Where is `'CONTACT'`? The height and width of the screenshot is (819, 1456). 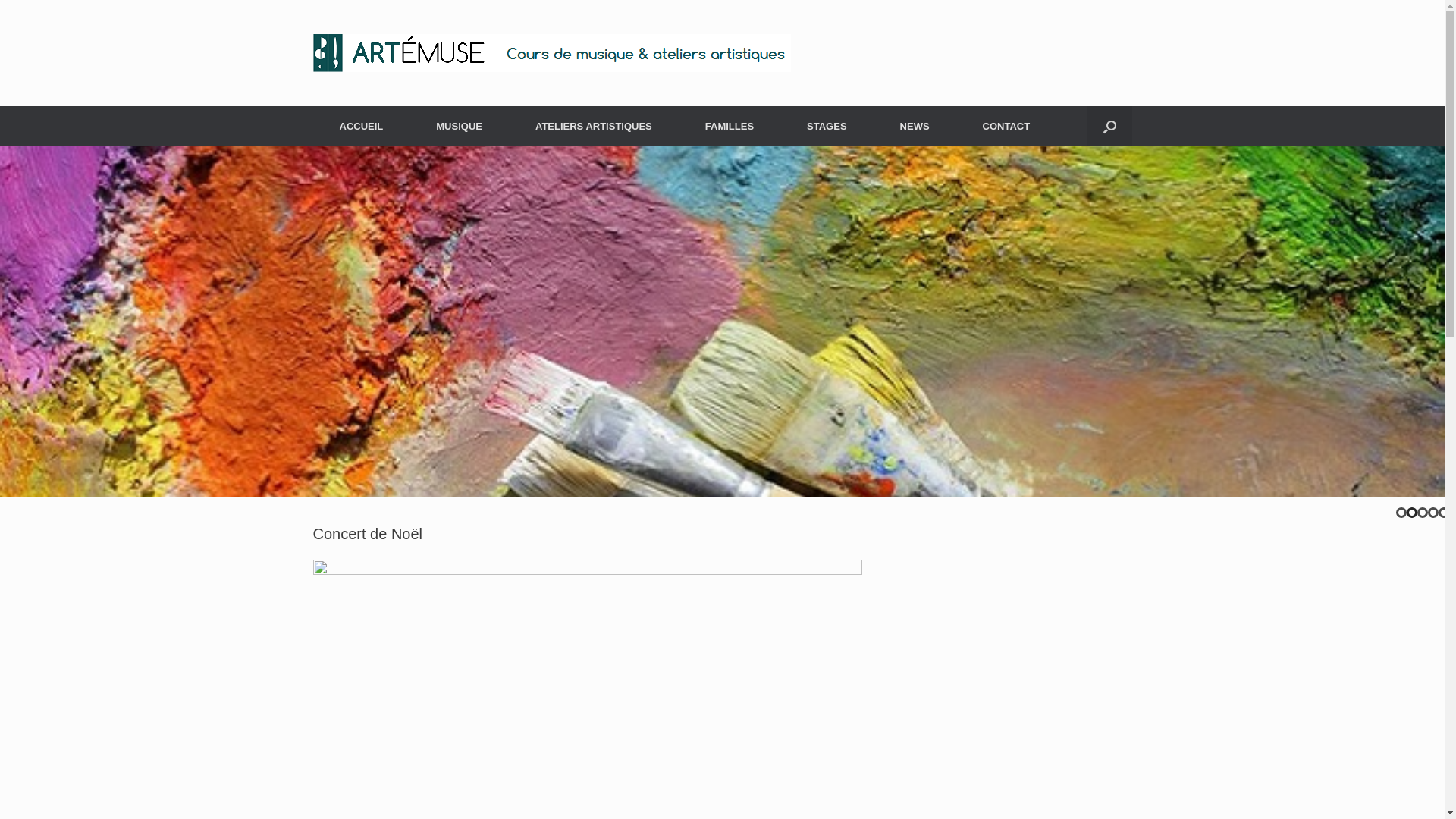 'CONTACT' is located at coordinates (1006, 125).